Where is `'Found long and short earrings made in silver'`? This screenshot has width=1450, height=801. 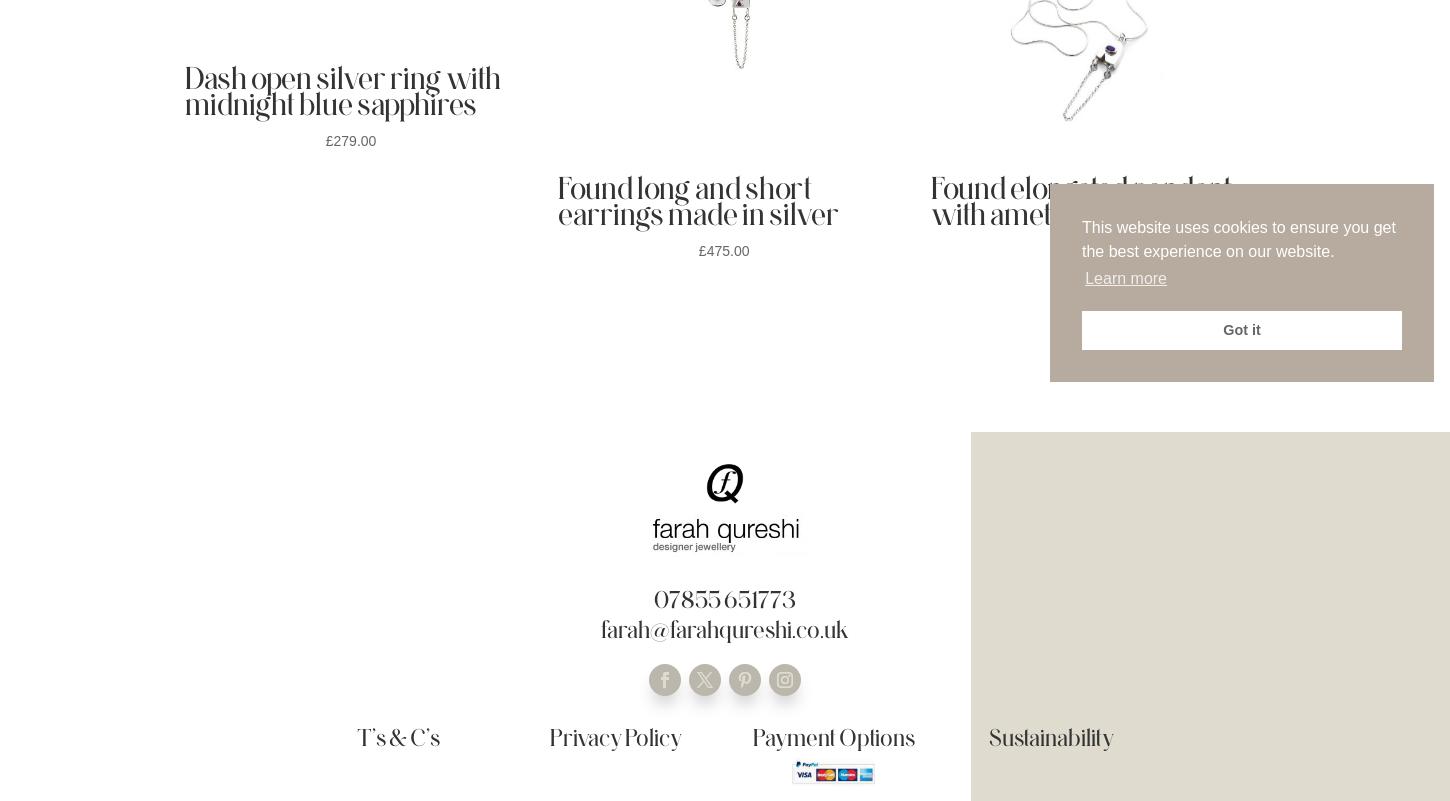
'Found long and short earrings made in silver' is located at coordinates (697, 199).